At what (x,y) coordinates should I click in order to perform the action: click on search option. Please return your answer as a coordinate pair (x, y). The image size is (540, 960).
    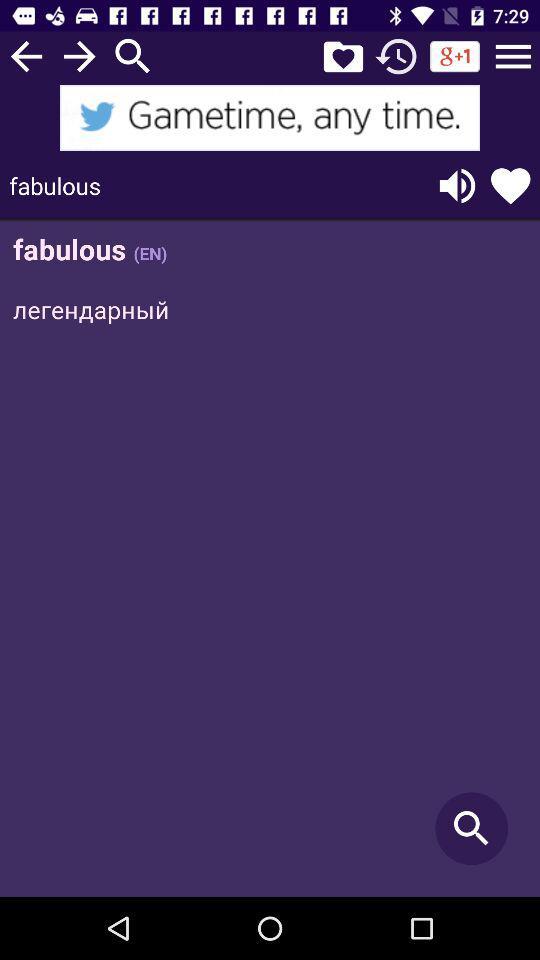
    Looking at the image, I should click on (133, 55).